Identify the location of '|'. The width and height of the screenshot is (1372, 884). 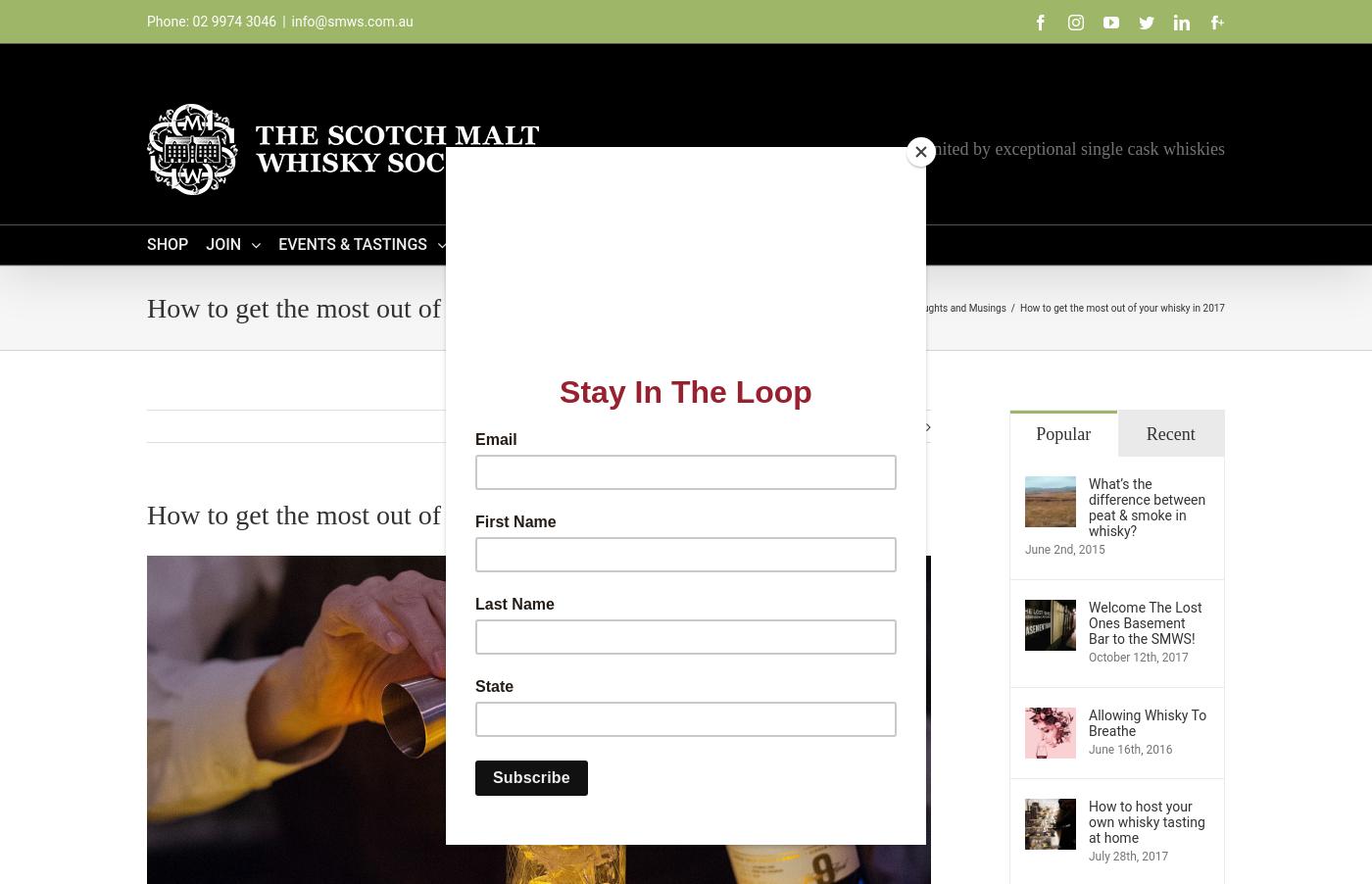
(281, 21).